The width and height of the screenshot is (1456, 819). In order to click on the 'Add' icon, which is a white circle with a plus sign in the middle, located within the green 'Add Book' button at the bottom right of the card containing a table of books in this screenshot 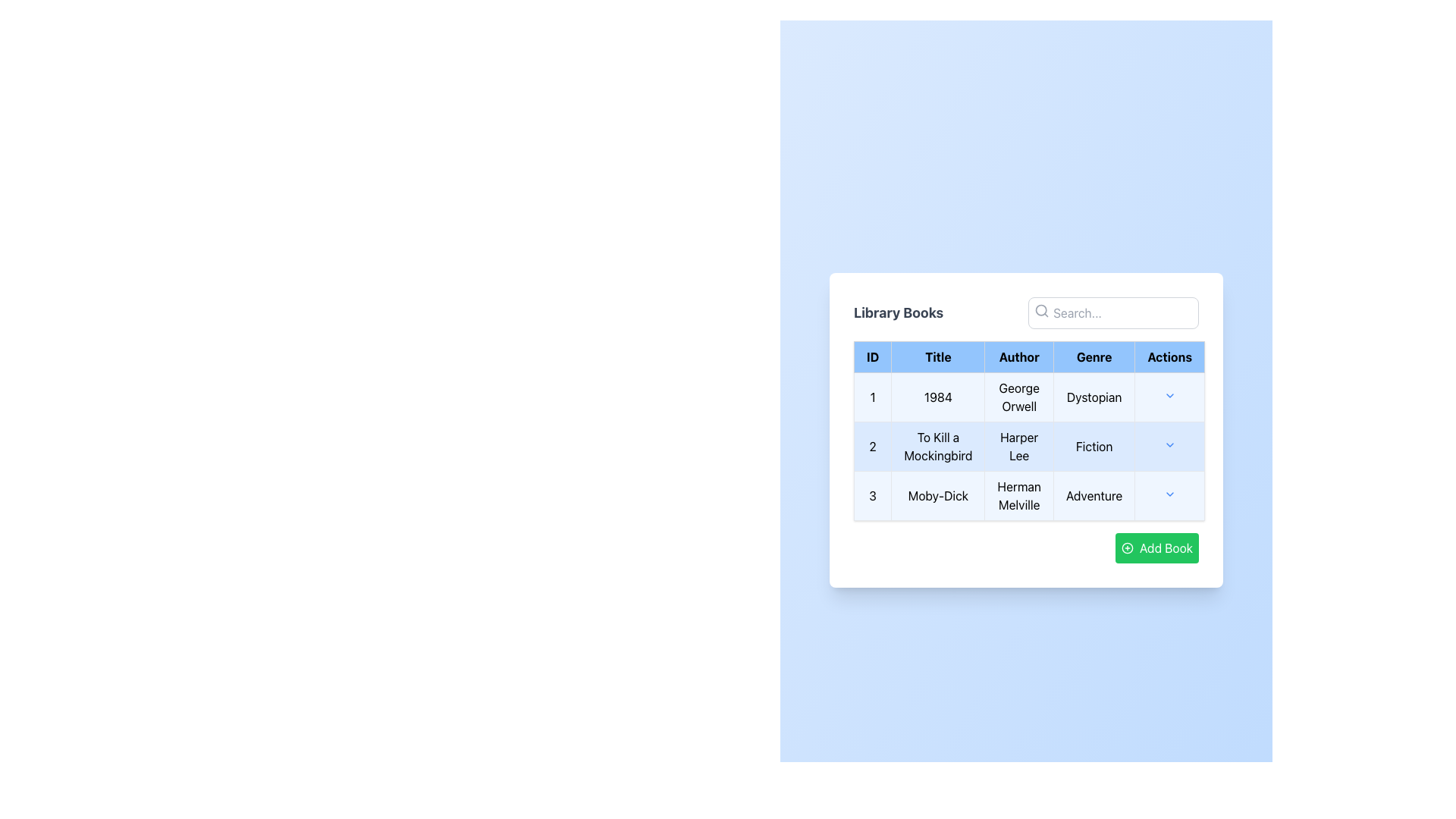, I will do `click(1128, 548)`.